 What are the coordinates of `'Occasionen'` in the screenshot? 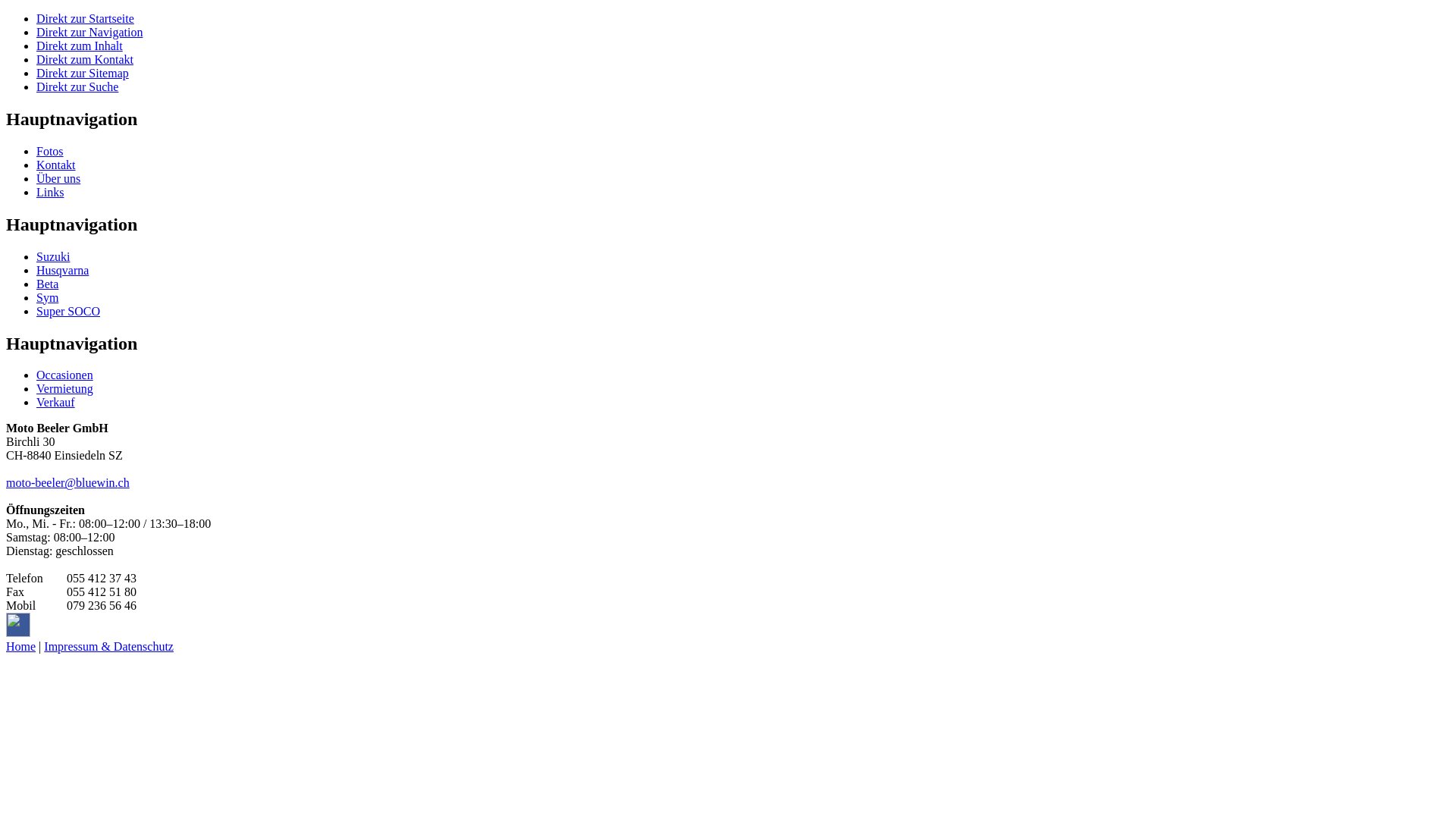 It's located at (36, 375).